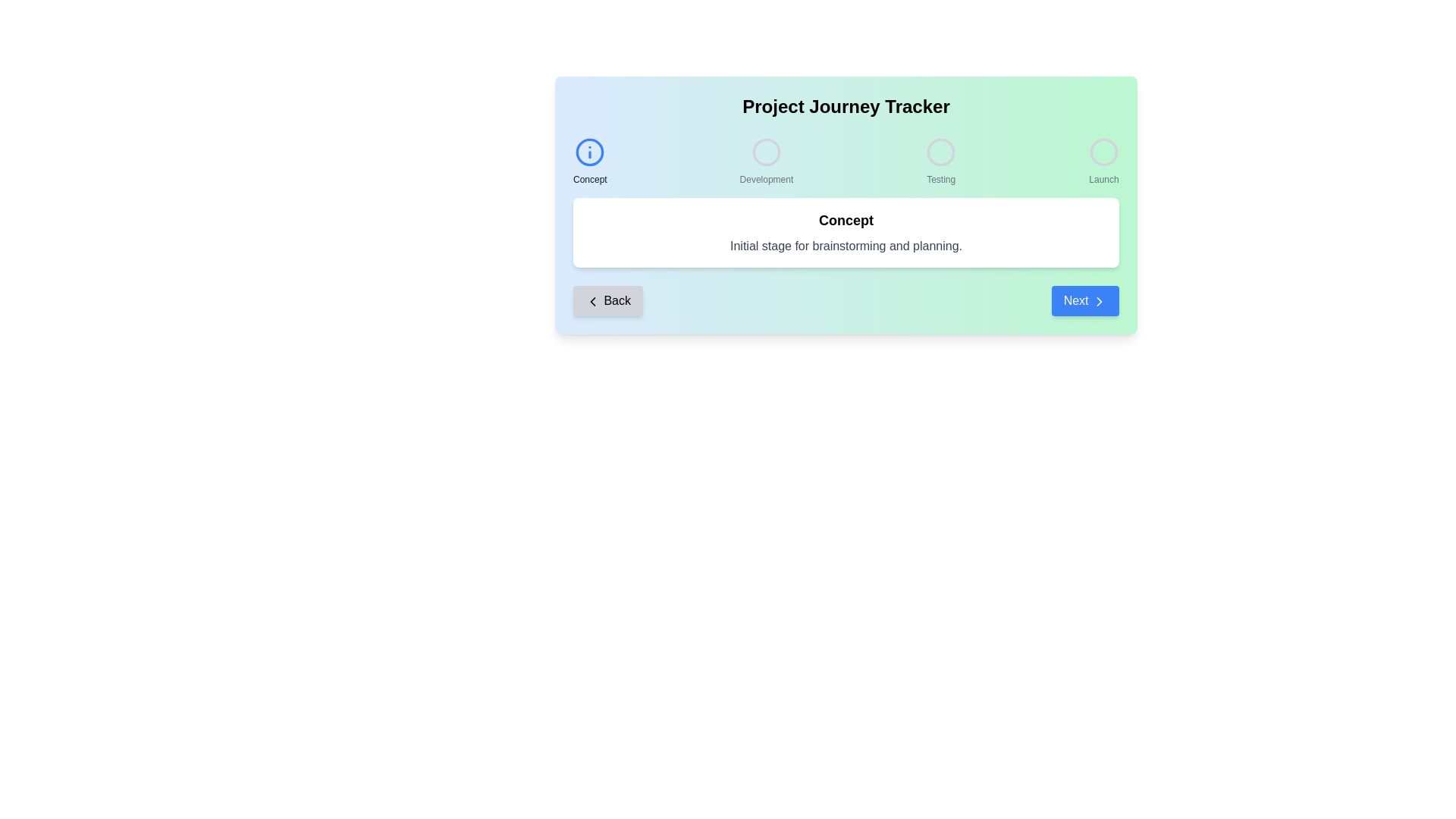 The image size is (1456, 819). What do you see at coordinates (589, 178) in the screenshot?
I see `the small text label displaying the word 'Concept' in gray, positioned below a blue circular icon with an 'i' symbol` at bounding box center [589, 178].